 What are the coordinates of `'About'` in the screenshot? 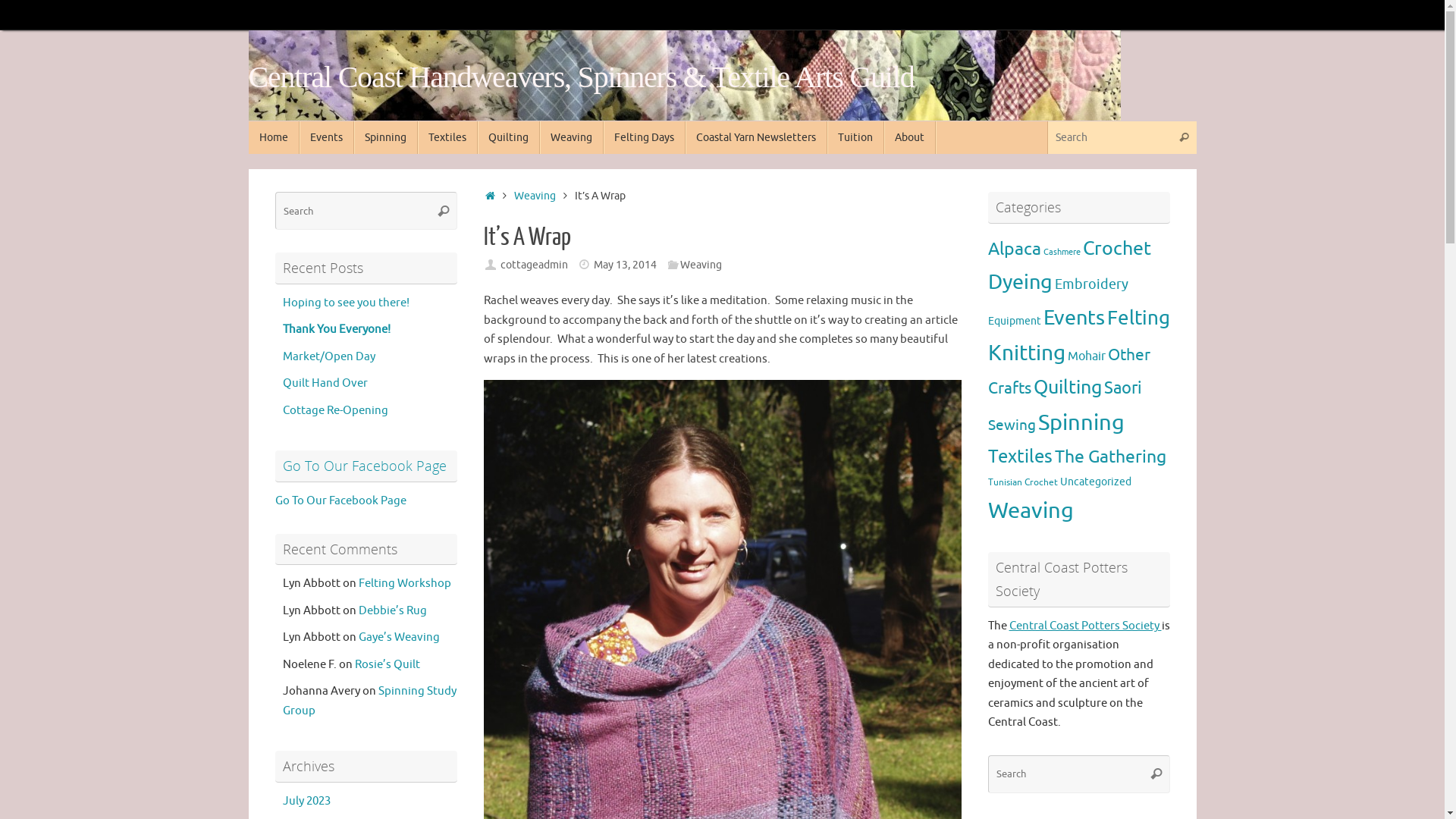 It's located at (910, 137).